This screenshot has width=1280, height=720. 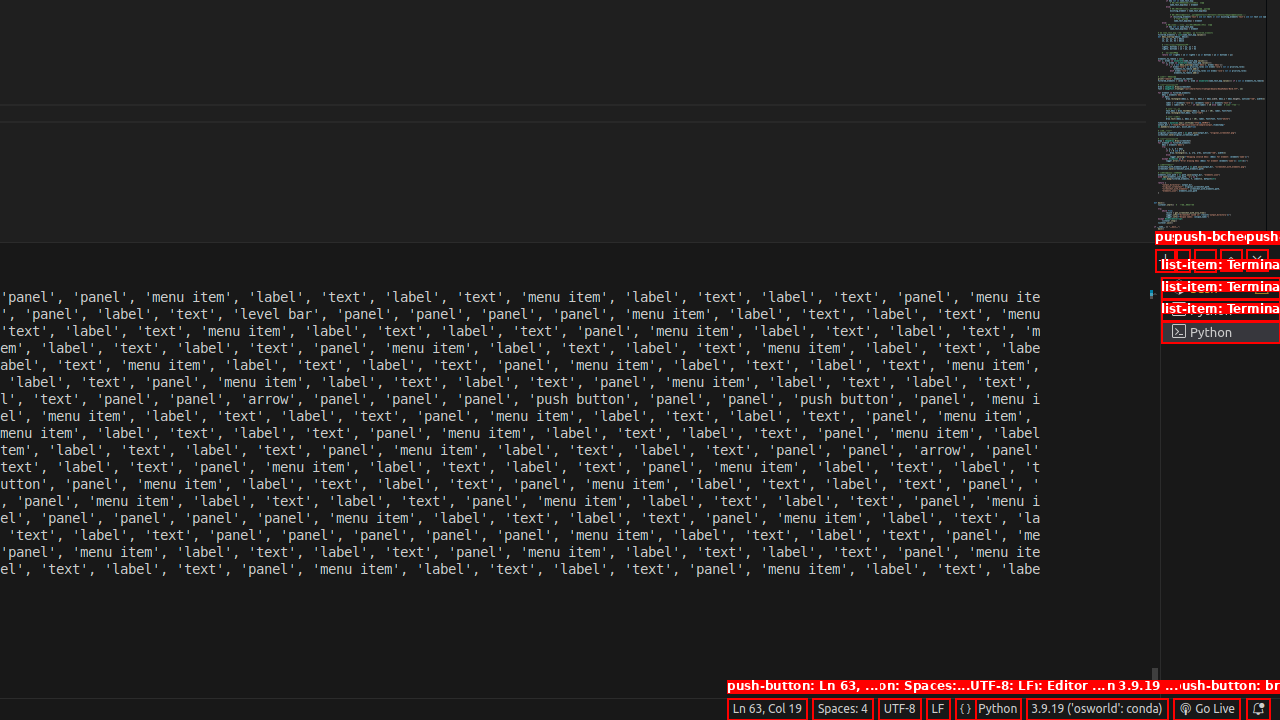 What do you see at coordinates (1181, 259) in the screenshot?
I see `'Launch Profile...'` at bounding box center [1181, 259].